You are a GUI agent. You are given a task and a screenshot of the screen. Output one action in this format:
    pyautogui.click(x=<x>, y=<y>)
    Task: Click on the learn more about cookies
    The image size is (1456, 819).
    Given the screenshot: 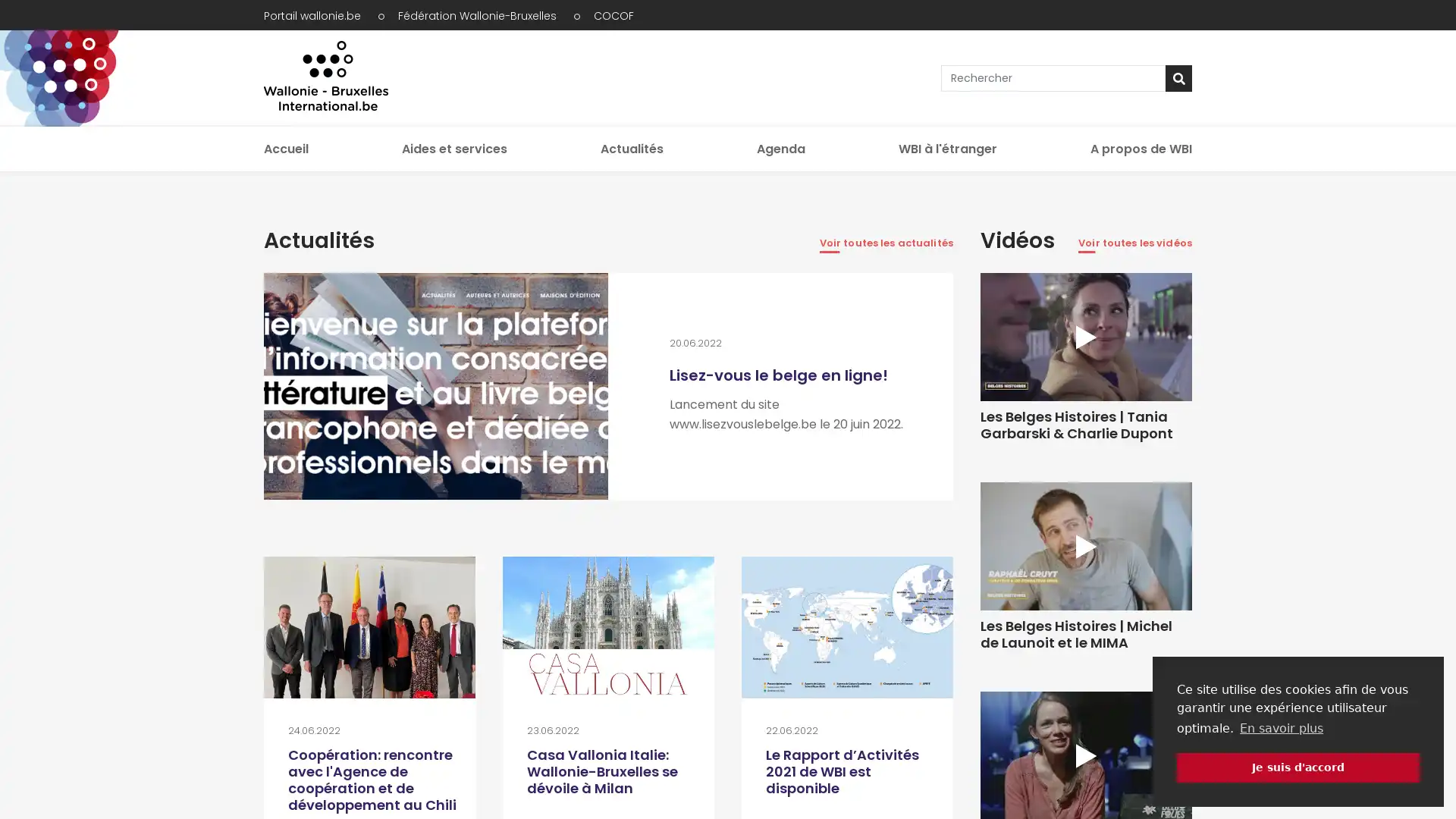 What is the action you would take?
    pyautogui.click(x=1280, y=727)
    